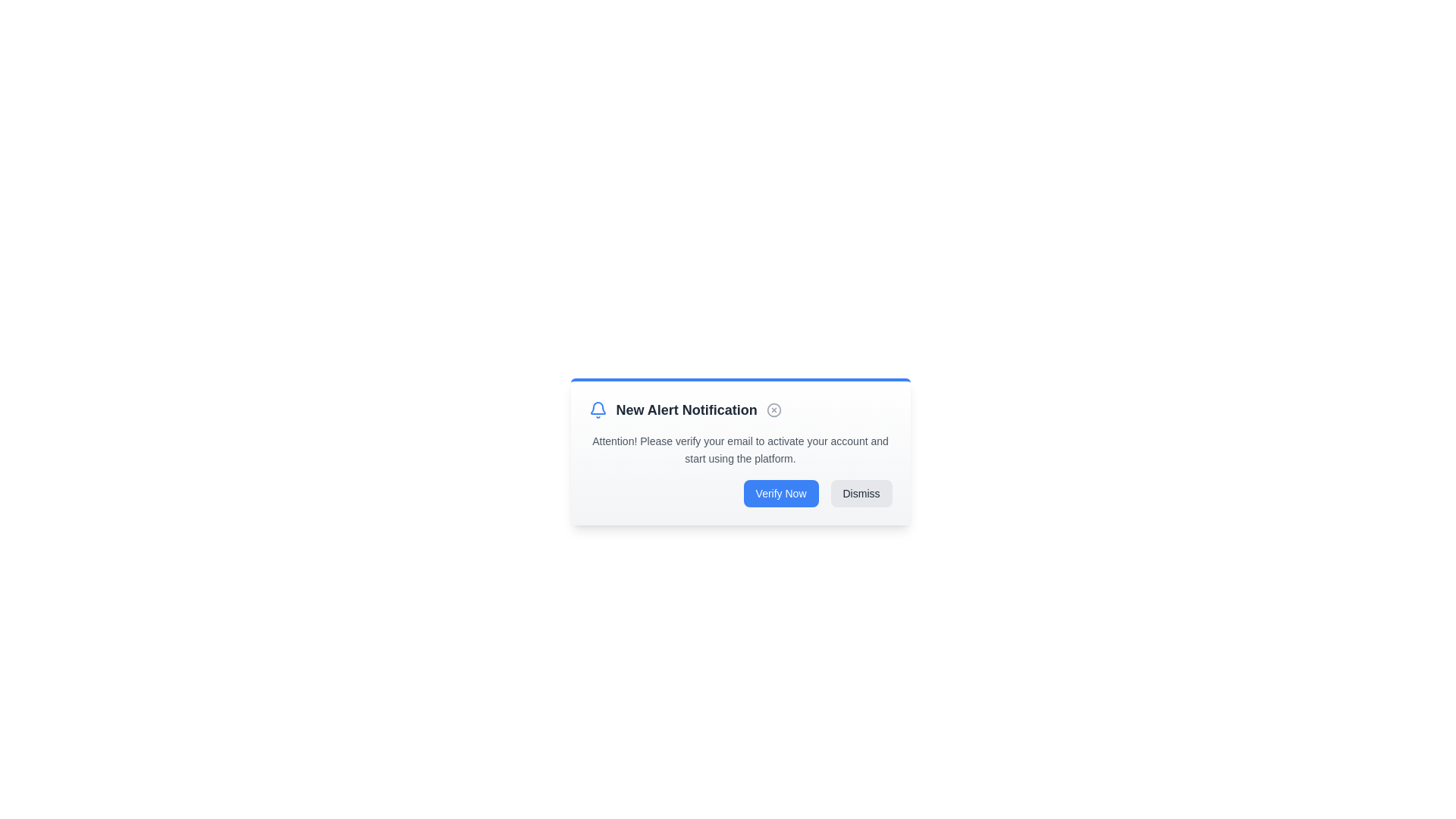 This screenshot has width=1456, height=819. Describe the element at coordinates (781, 493) in the screenshot. I see `the email verification button located in the bottom-right section of the notification panel, which is the leftmost button in a group of two buttons` at that location.